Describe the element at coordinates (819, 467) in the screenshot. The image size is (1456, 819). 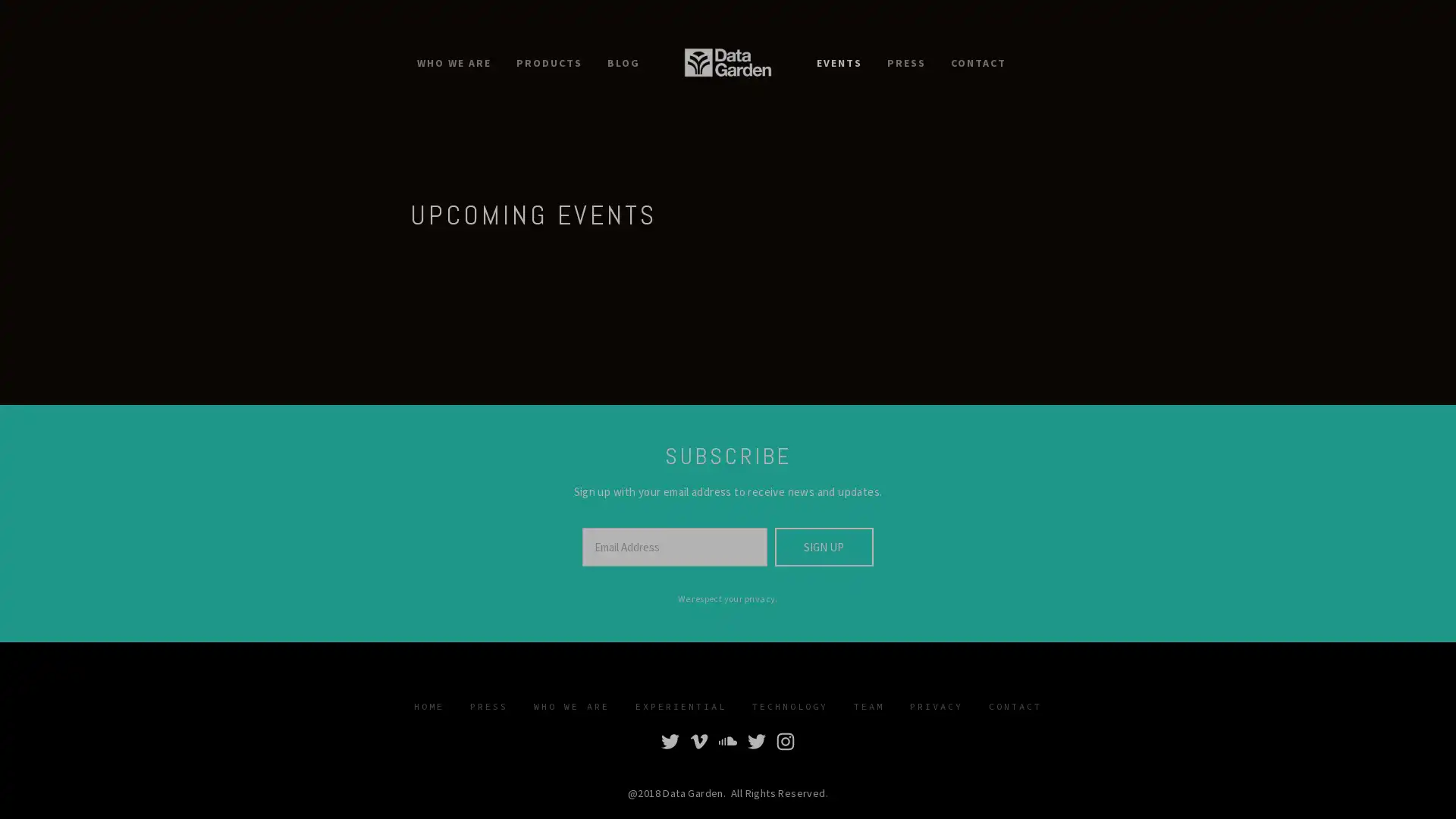
I see `Subscribe` at that location.